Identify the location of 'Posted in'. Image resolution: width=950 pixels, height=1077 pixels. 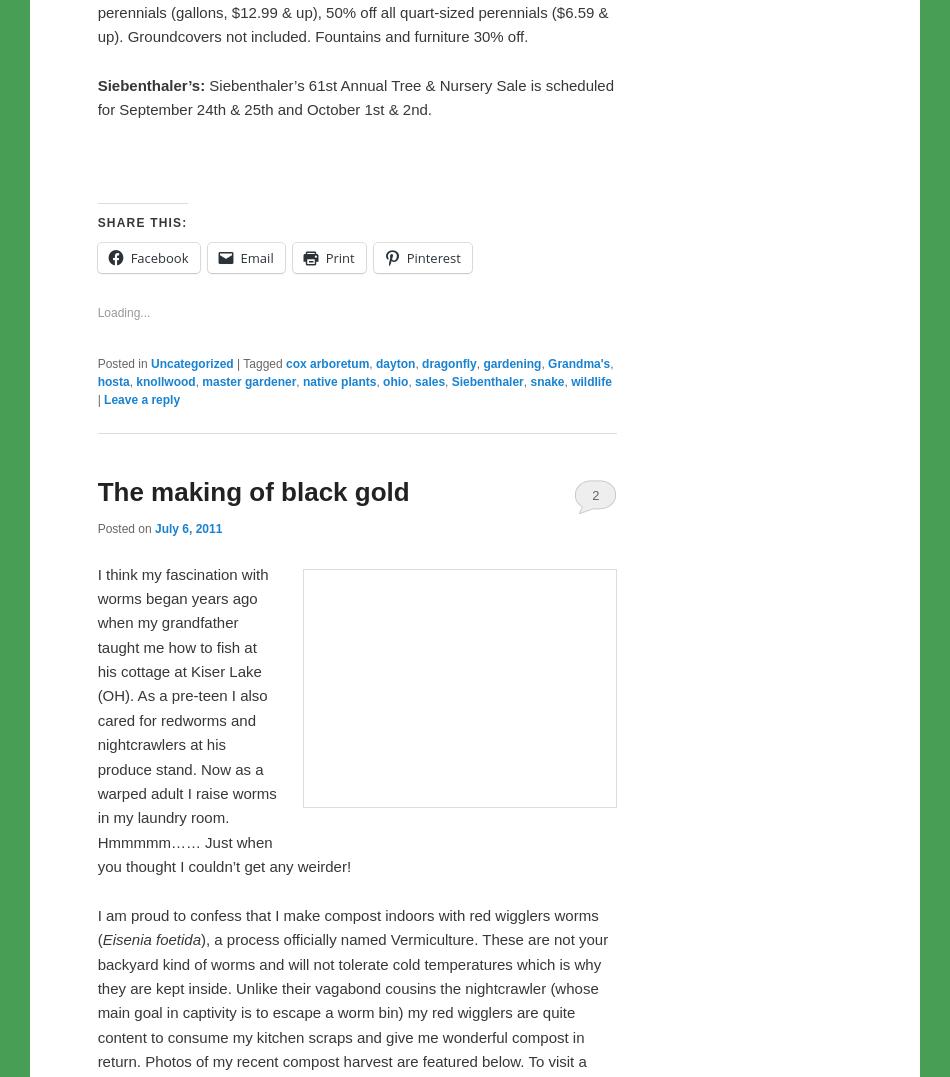
(121, 781).